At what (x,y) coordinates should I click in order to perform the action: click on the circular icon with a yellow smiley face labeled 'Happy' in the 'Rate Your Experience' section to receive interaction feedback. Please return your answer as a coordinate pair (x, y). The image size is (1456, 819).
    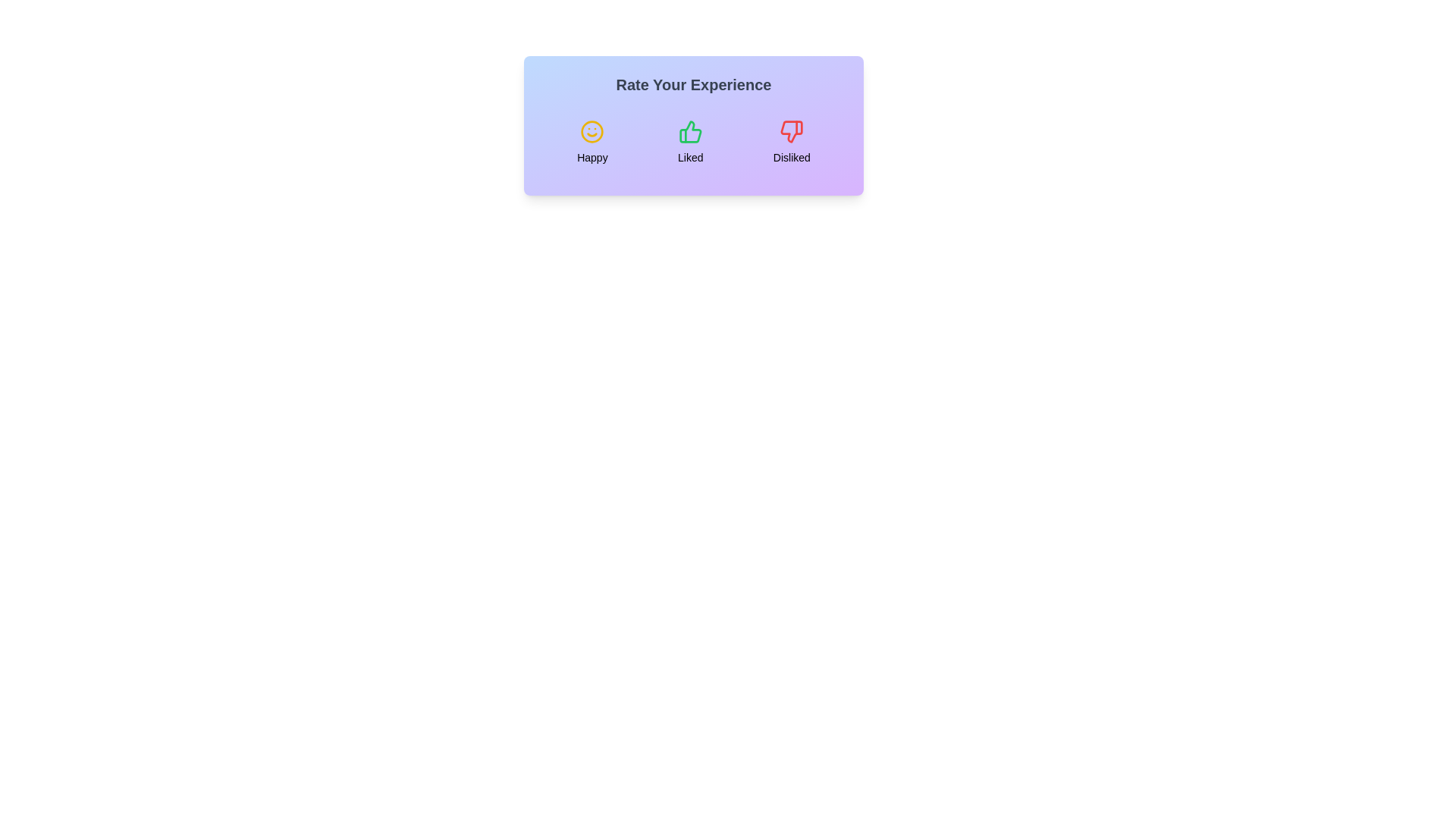
    Looking at the image, I should click on (591, 143).